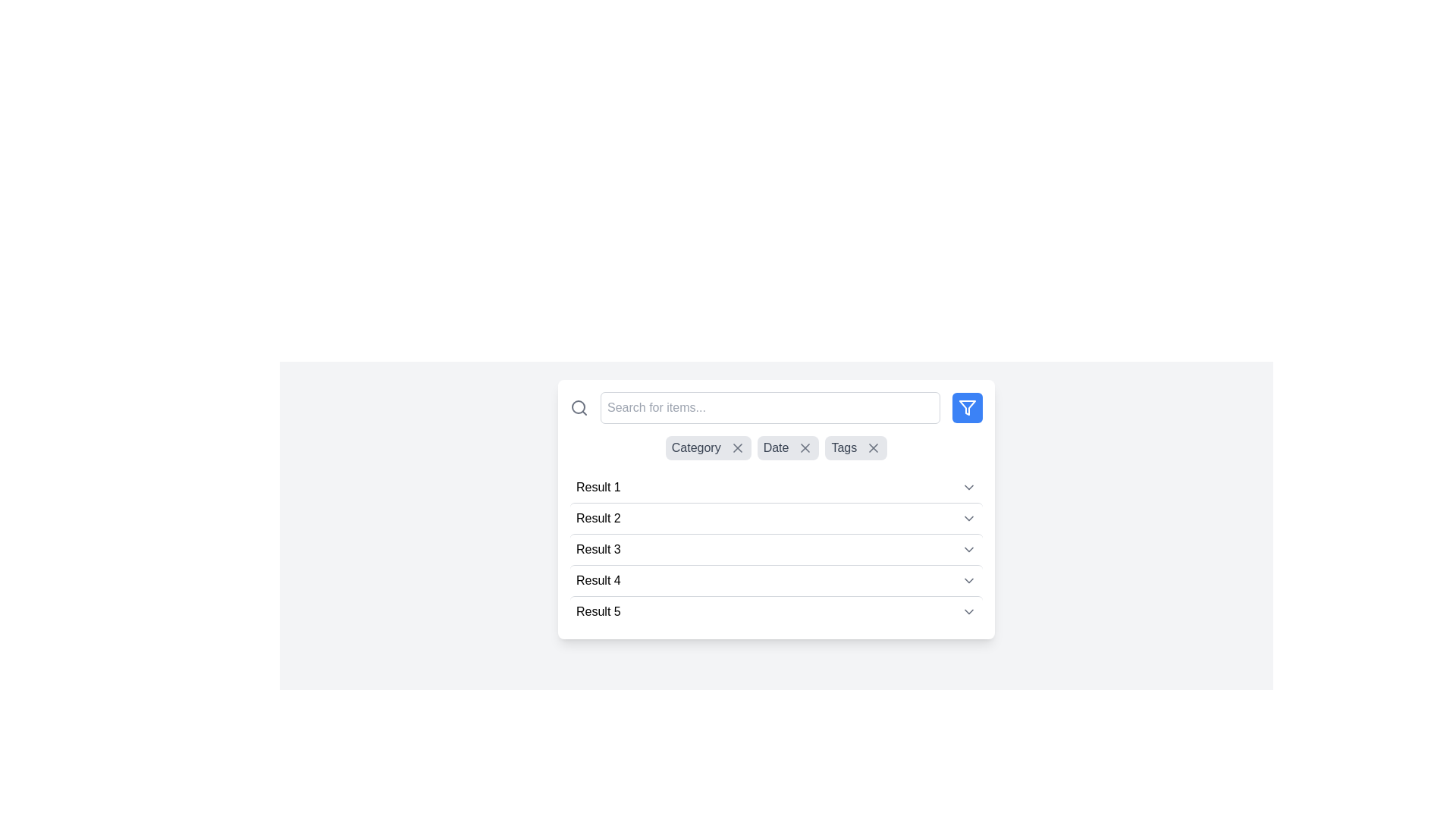 This screenshot has width=1456, height=819. What do you see at coordinates (874, 447) in the screenshot?
I see `the Close Symbol icon located` at bounding box center [874, 447].